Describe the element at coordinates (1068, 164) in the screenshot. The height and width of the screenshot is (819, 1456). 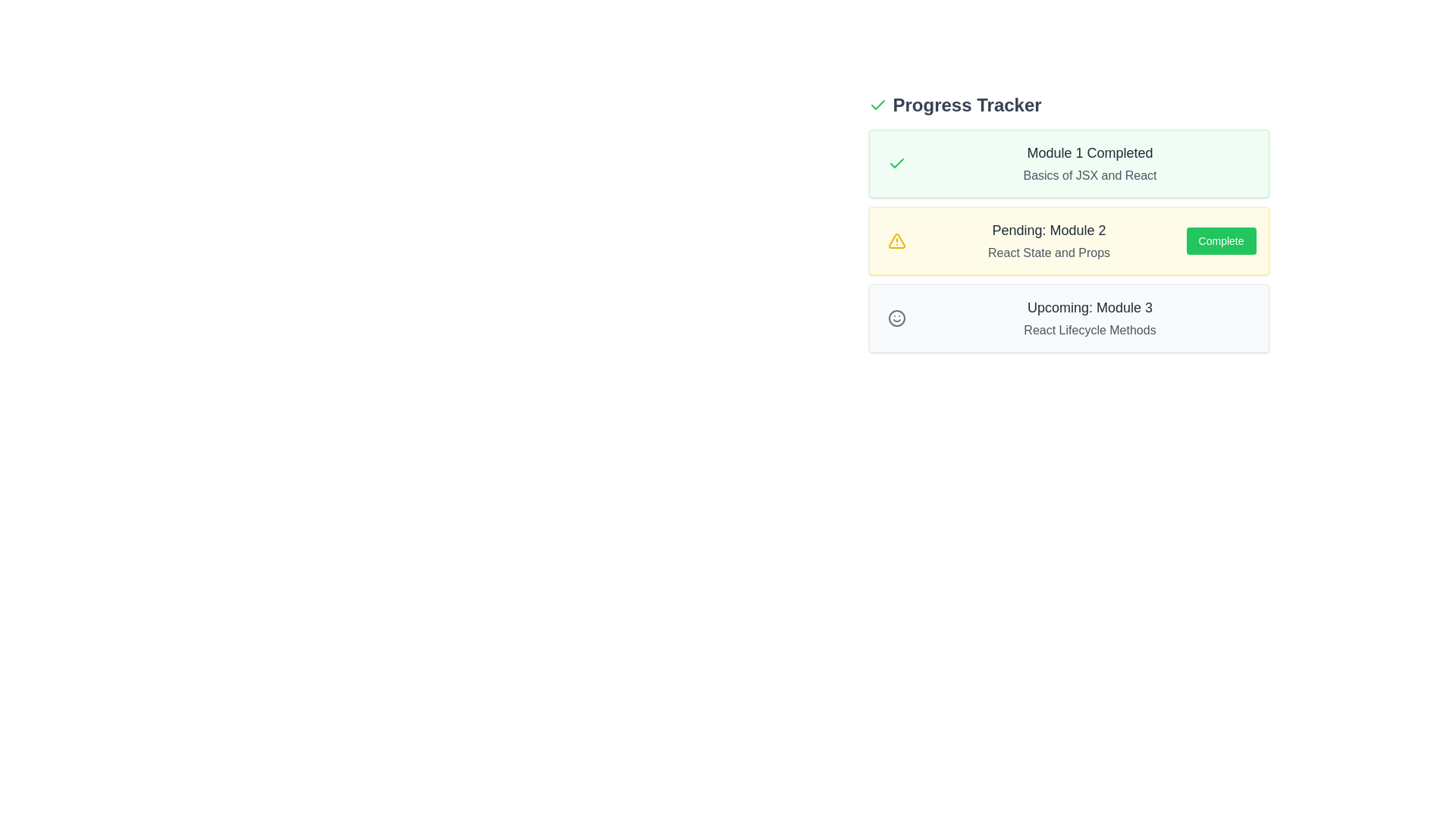
I see `text from the completed Progress Tracker Module Block located below the 'Progress Tracker' heading and above the 'Pending: Module 2 React State and Props' module` at that location.